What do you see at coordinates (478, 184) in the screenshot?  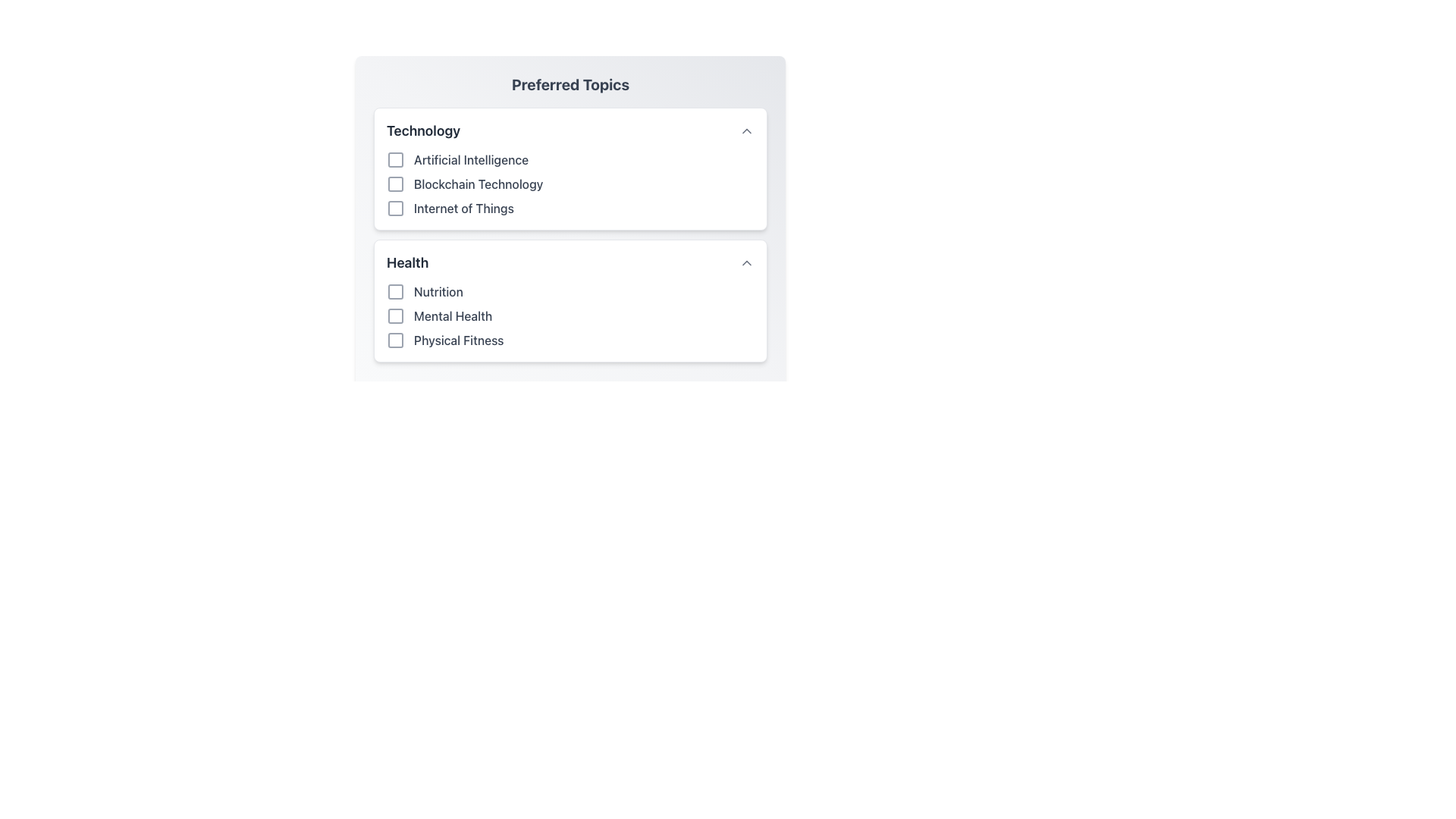 I see `the 'Technology' topic label in the 'Preferred Topics' interface, which is the second item after 'Artificial Intelligence' and before 'Internet of Things', located to the right of the adjacent checkbox` at bounding box center [478, 184].